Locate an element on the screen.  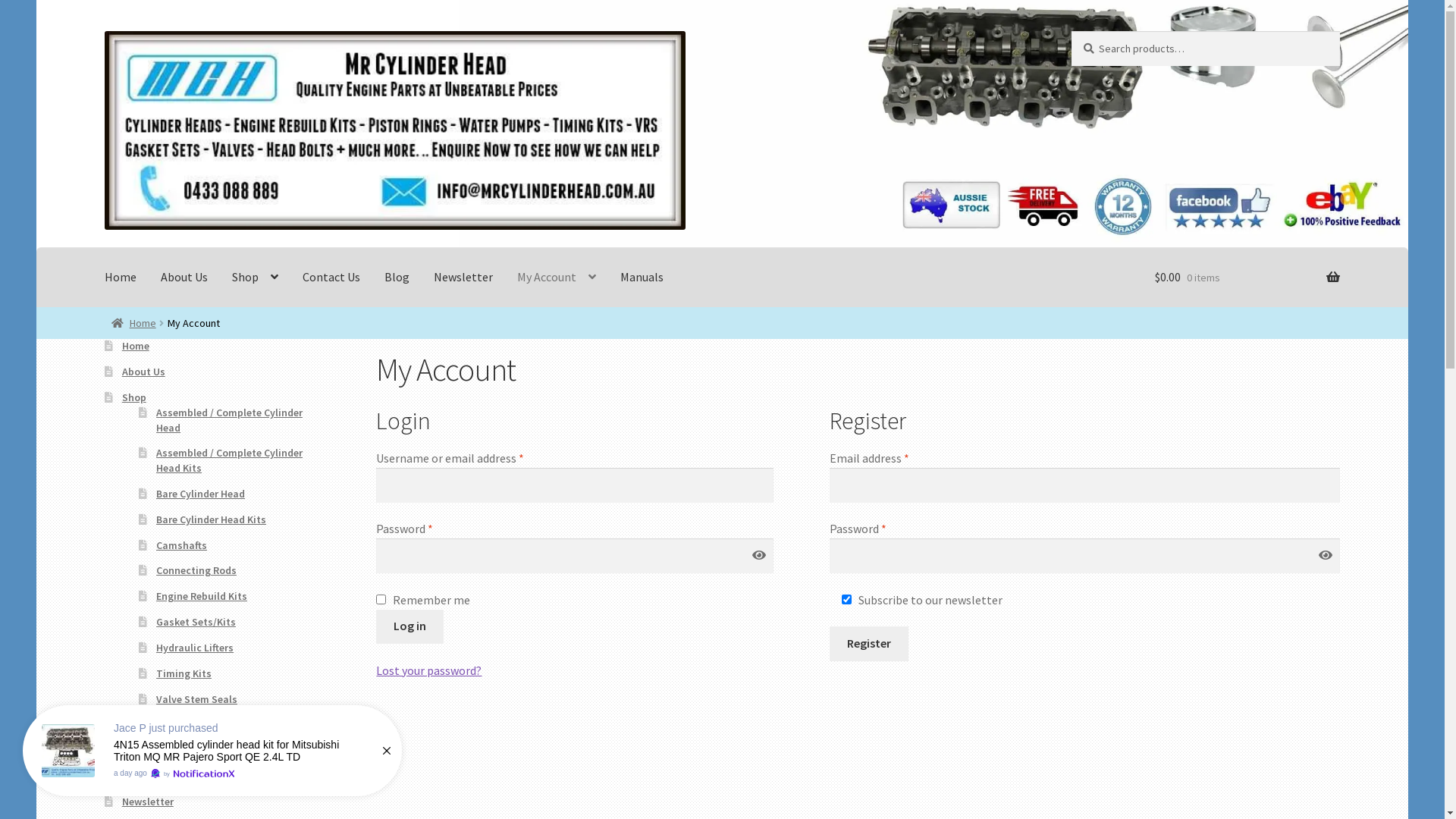
'Connecting Rods' is located at coordinates (196, 570).